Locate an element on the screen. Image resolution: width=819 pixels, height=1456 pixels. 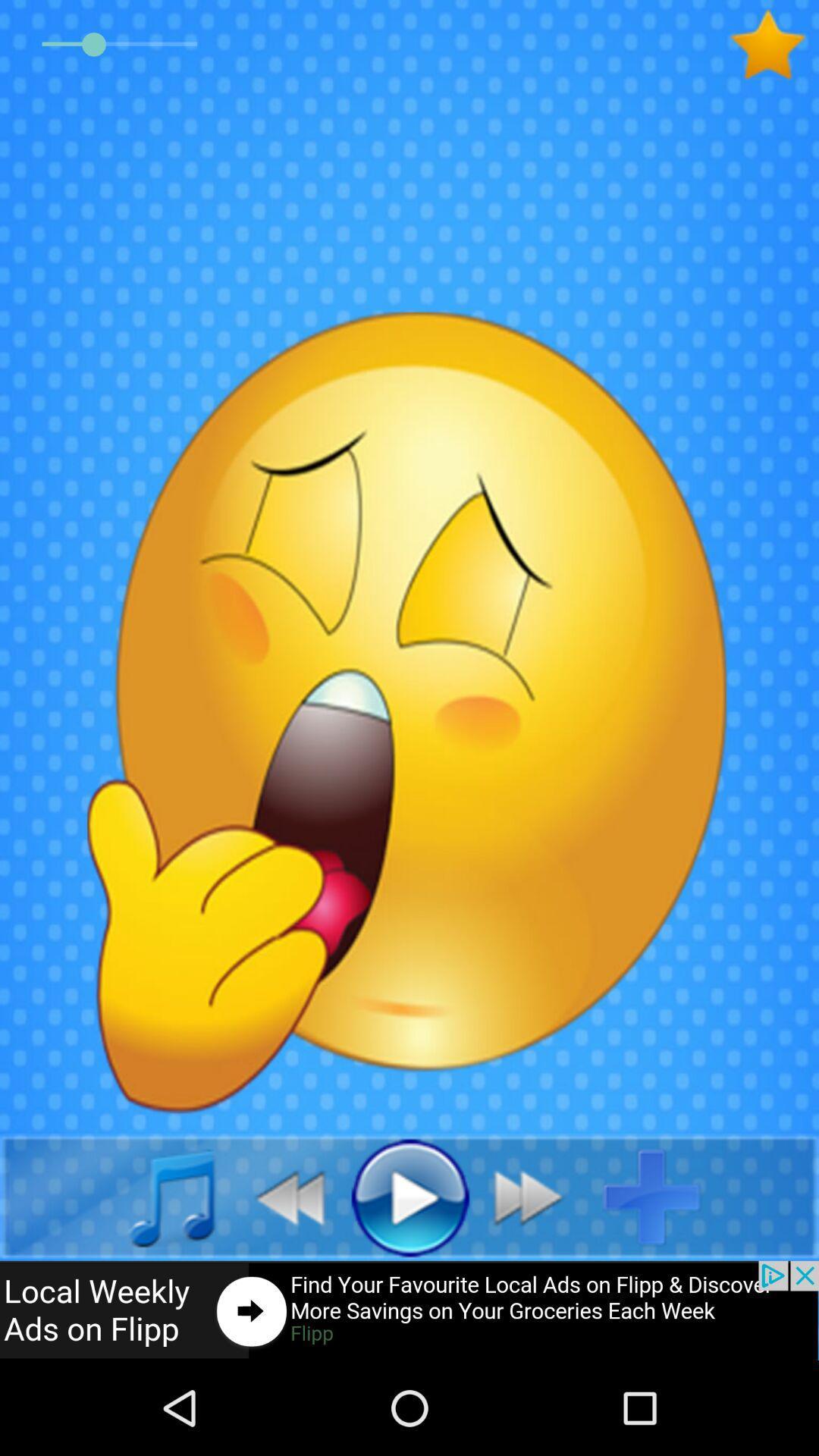
see advertisement is located at coordinates (409, 1310).